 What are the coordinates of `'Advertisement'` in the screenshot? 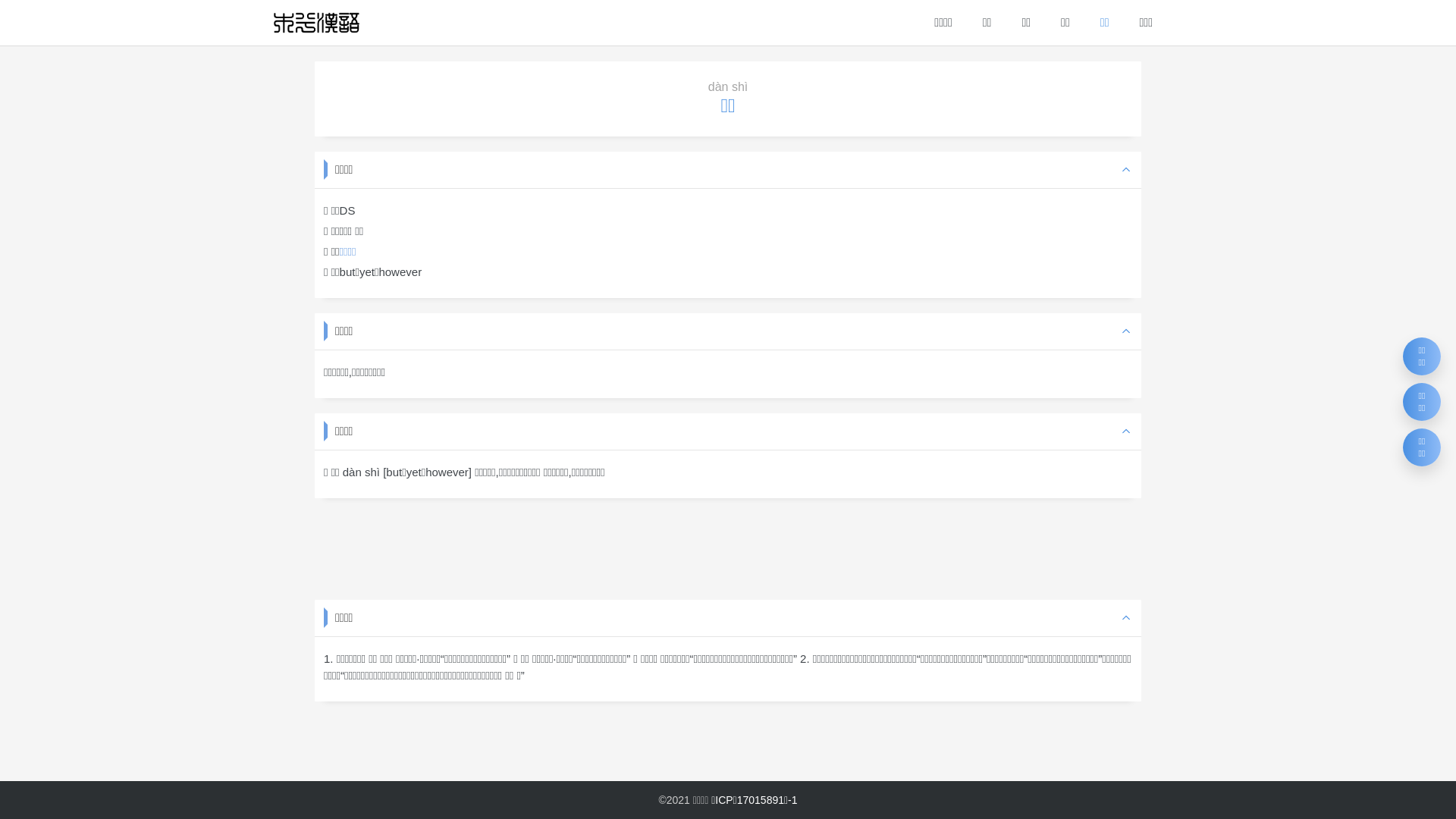 It's located at (728, 547).